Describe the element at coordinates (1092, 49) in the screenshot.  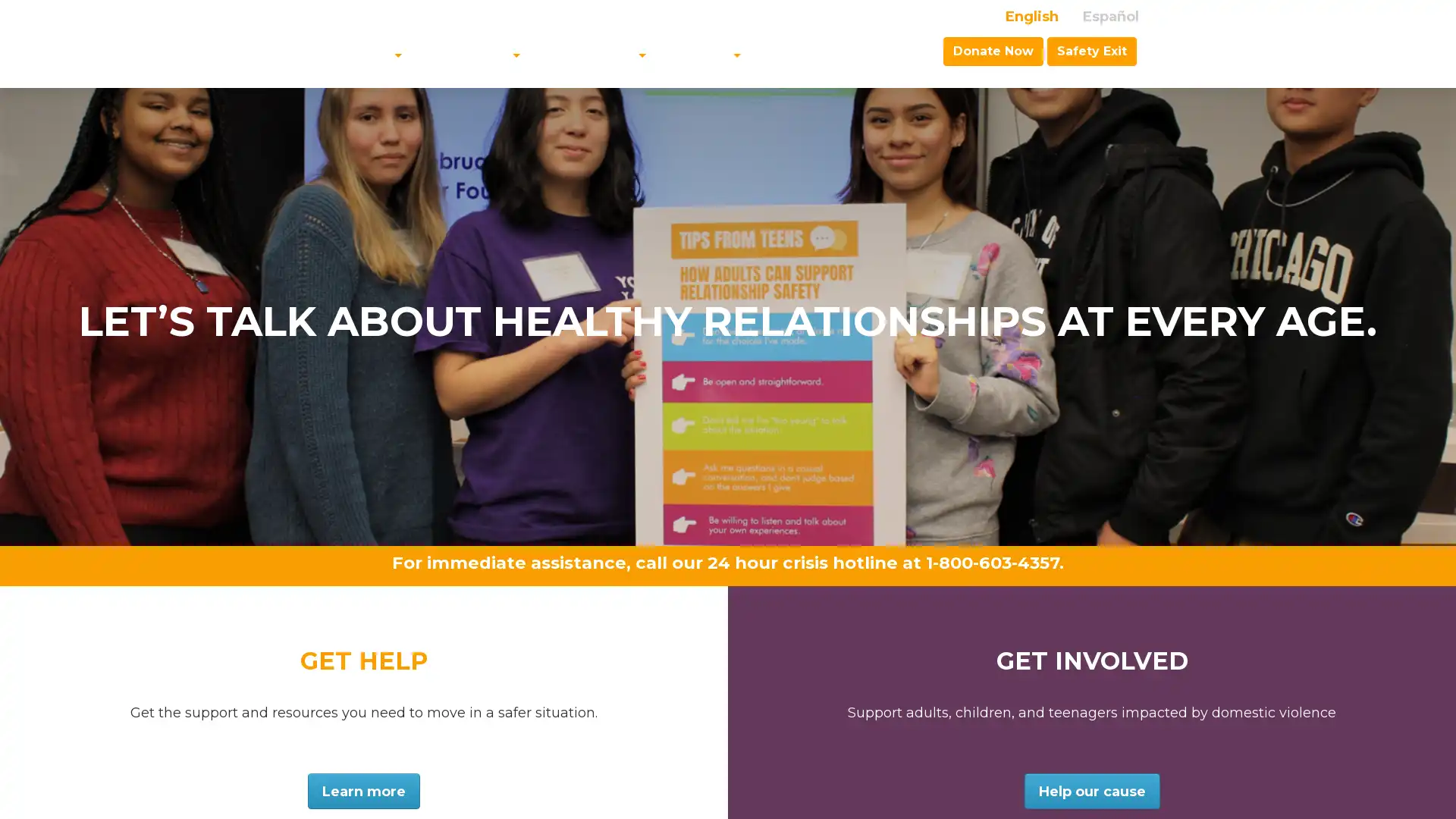
I see `Safety Exit` at that location.